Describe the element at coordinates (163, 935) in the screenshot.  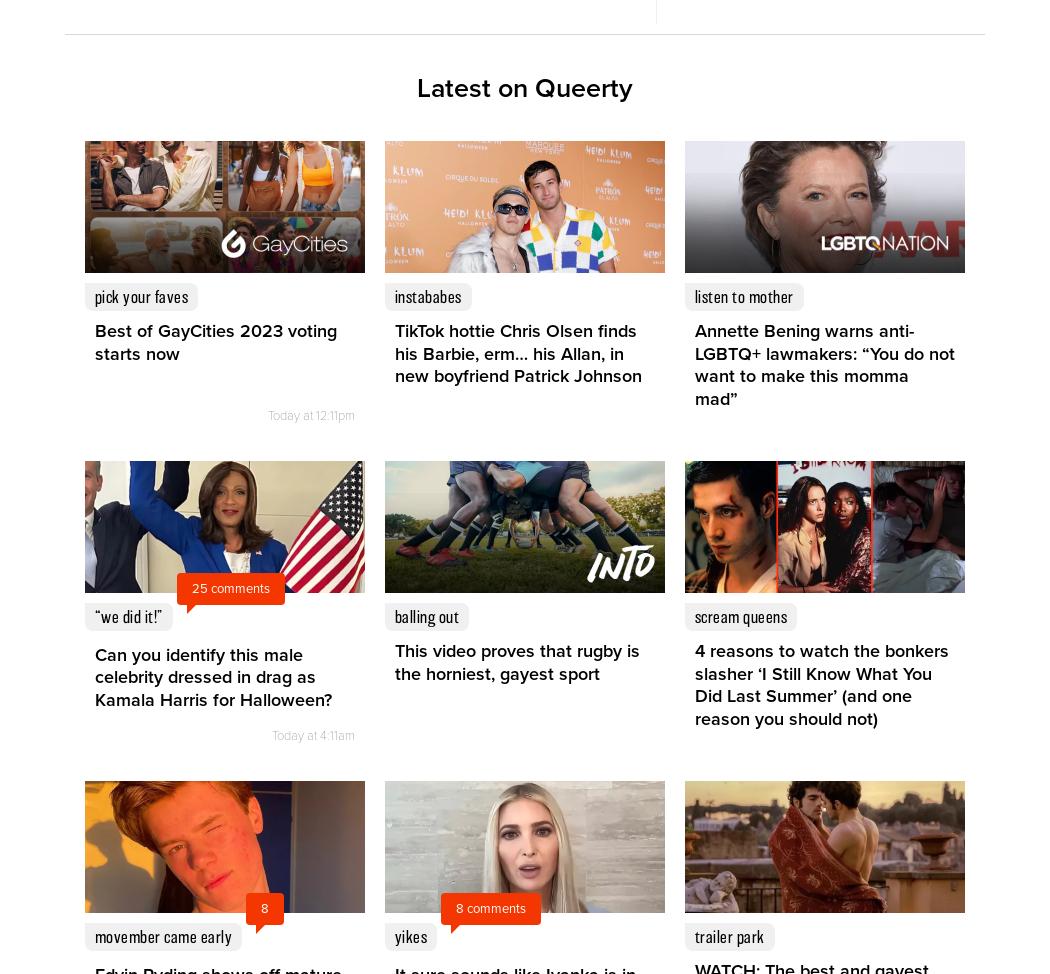
I see `'movember came early'` at that location.